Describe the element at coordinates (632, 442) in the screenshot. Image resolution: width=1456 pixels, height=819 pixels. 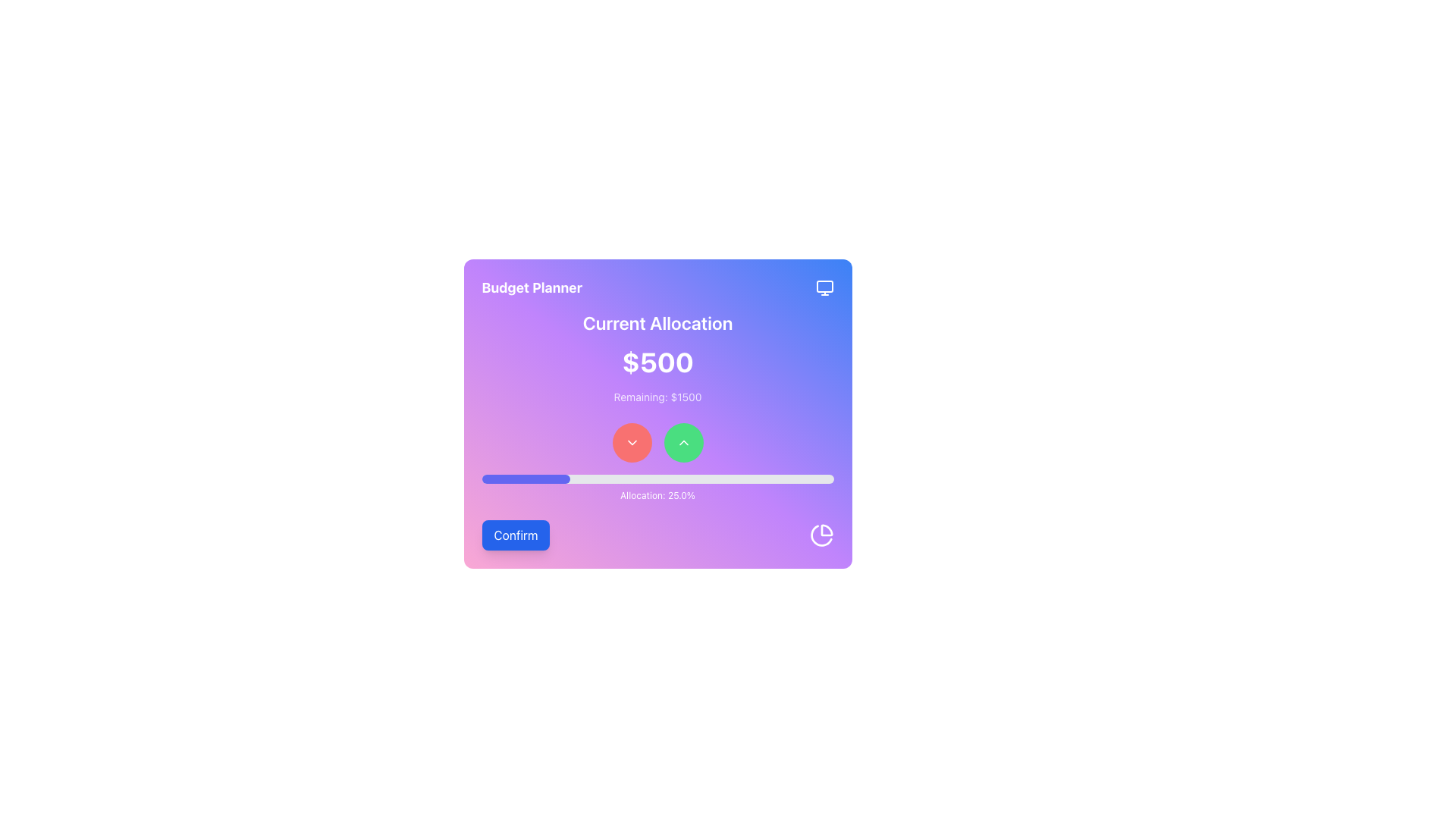
I see `the first circular button that decreases the budget allocation located beneath the '$500' label` at that location.